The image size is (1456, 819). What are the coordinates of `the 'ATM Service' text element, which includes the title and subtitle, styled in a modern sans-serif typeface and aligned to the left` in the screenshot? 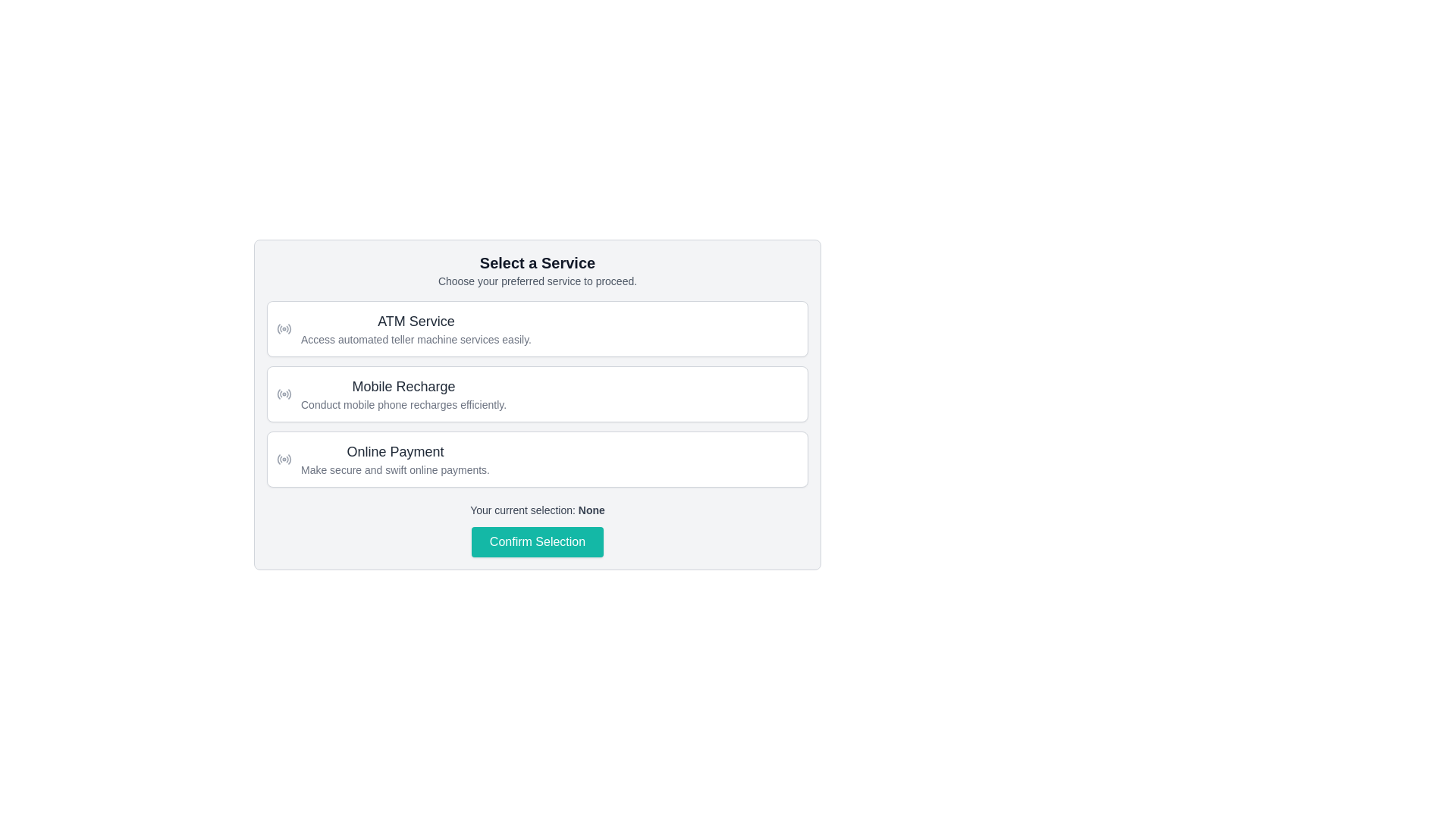 It's located at (416, 328).